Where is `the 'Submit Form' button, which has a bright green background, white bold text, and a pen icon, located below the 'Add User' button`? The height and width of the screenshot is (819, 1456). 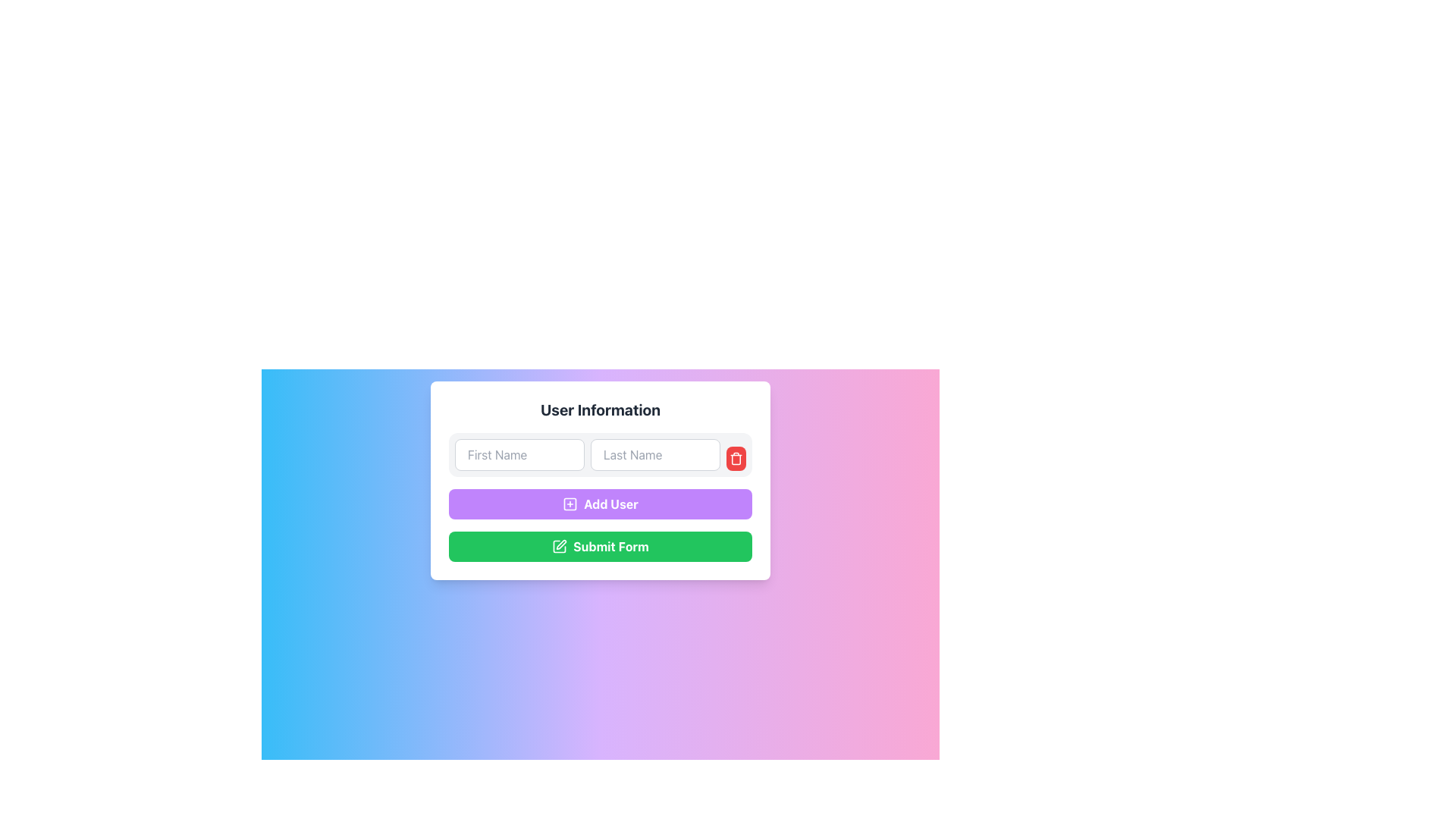 the 'Submit Form' button, which has a bright green background, white bold text, and a pen icon, located below the 'Add User' button is located at coordinates (600, 547).